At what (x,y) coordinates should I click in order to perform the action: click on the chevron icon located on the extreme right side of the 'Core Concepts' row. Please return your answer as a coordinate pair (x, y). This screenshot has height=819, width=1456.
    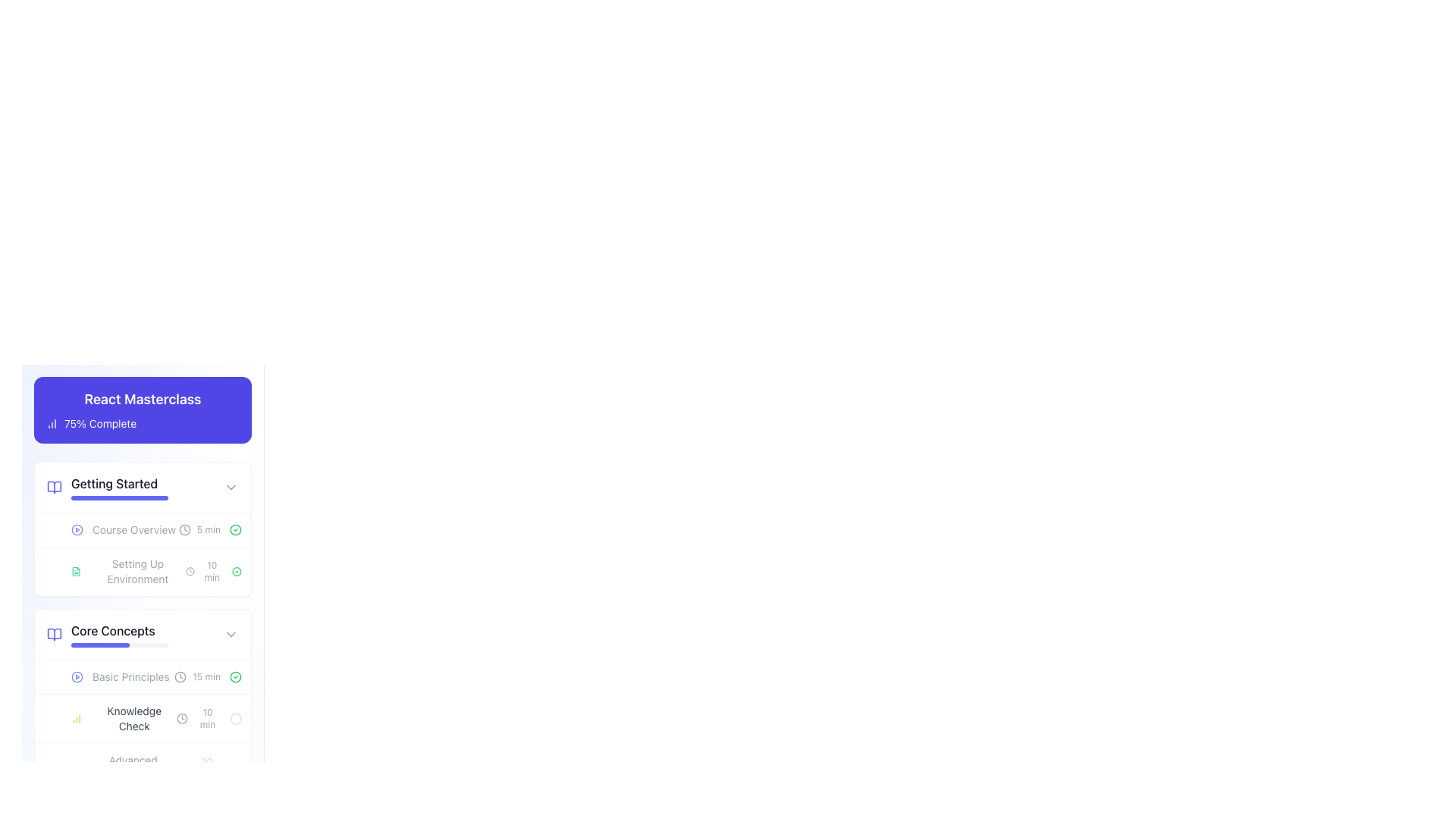
    Looking at the image, I should click on (231, 635).